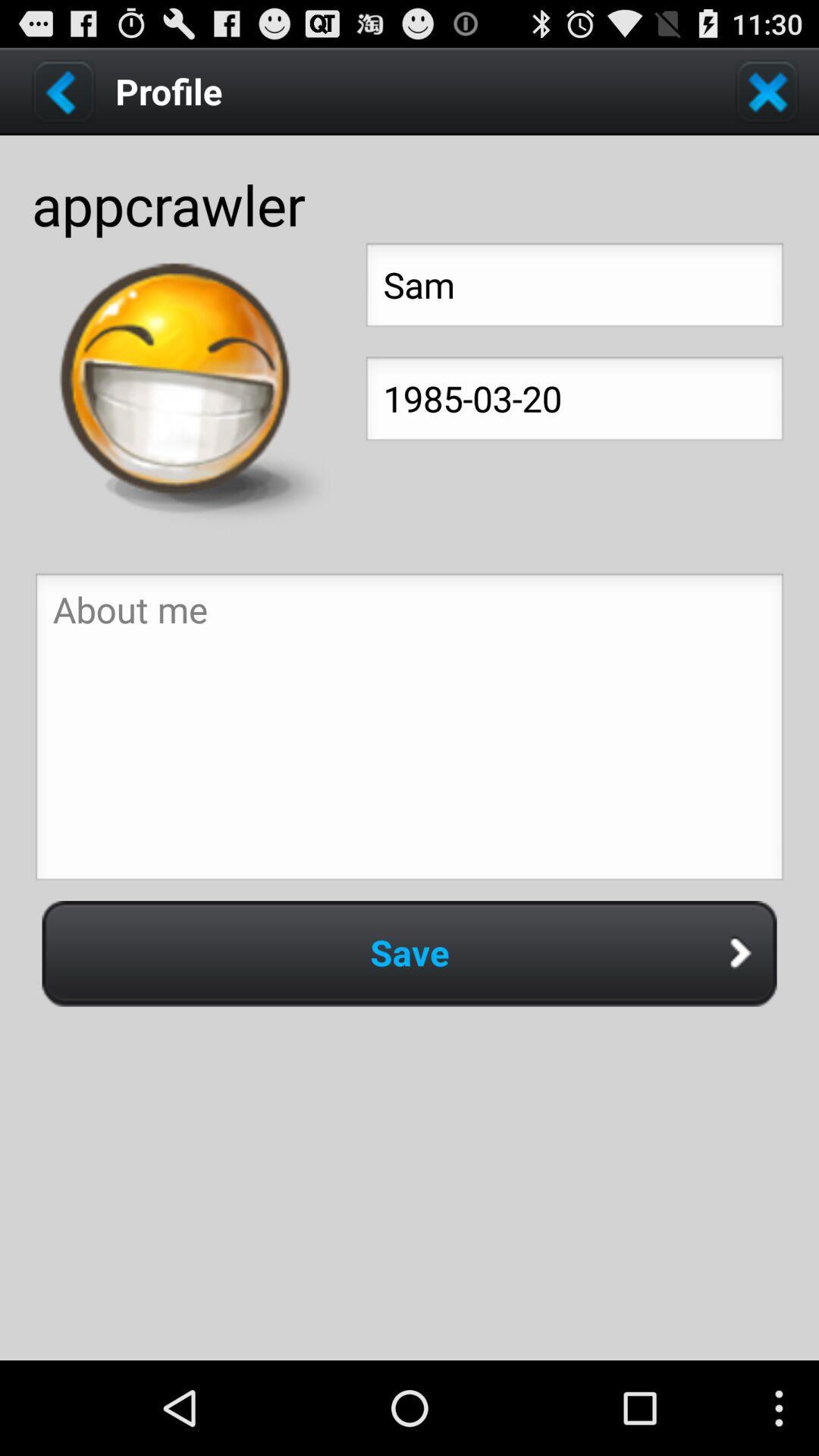 The height and width of the screenshot is (1456, 819). What do you see at coordinates (767, 90) in the screenshot?
I see `click cancel` at bounding box center [767, 90].